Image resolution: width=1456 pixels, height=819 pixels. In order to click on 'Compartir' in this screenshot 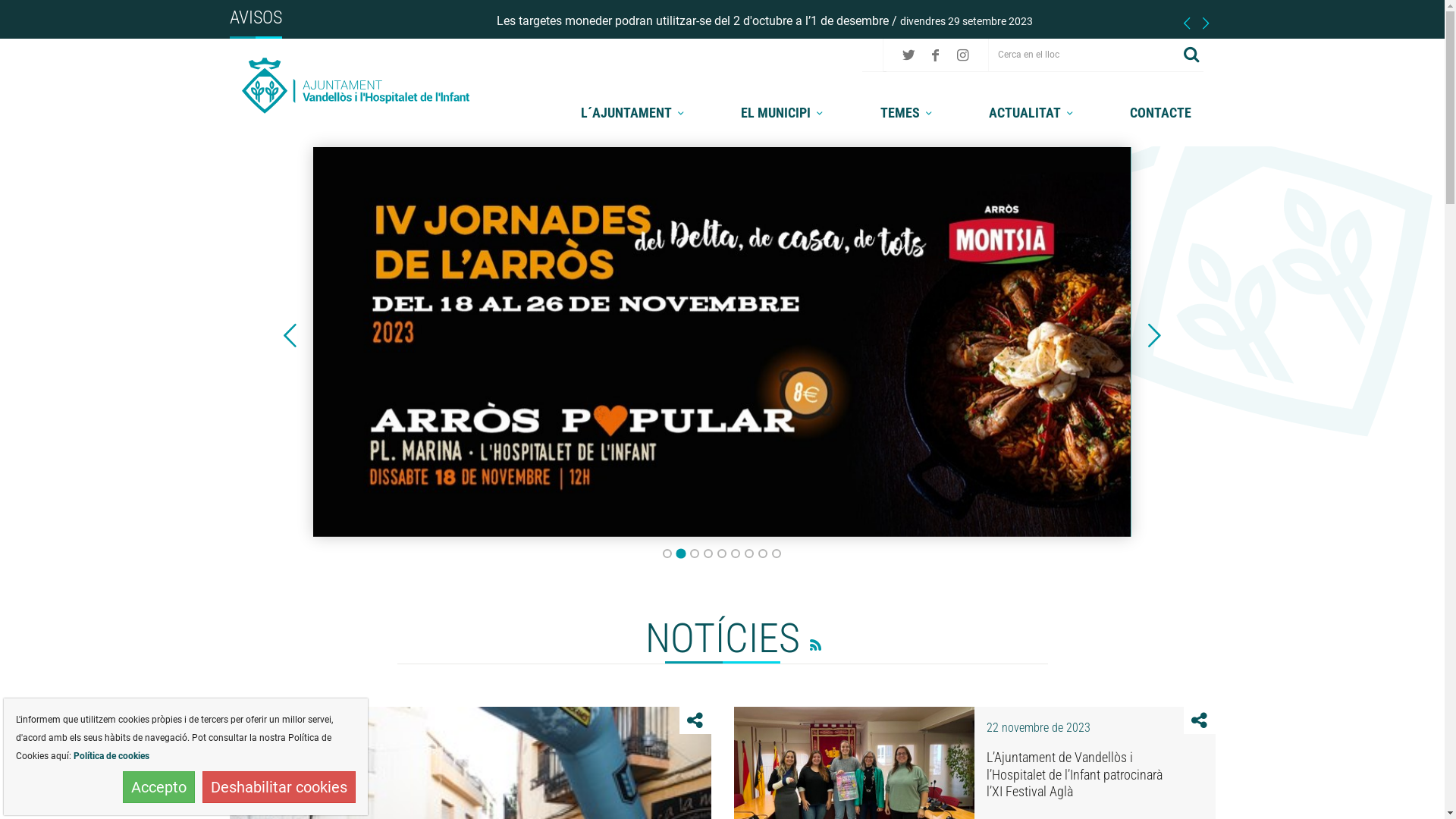, I will do `click(1199, 719)`.